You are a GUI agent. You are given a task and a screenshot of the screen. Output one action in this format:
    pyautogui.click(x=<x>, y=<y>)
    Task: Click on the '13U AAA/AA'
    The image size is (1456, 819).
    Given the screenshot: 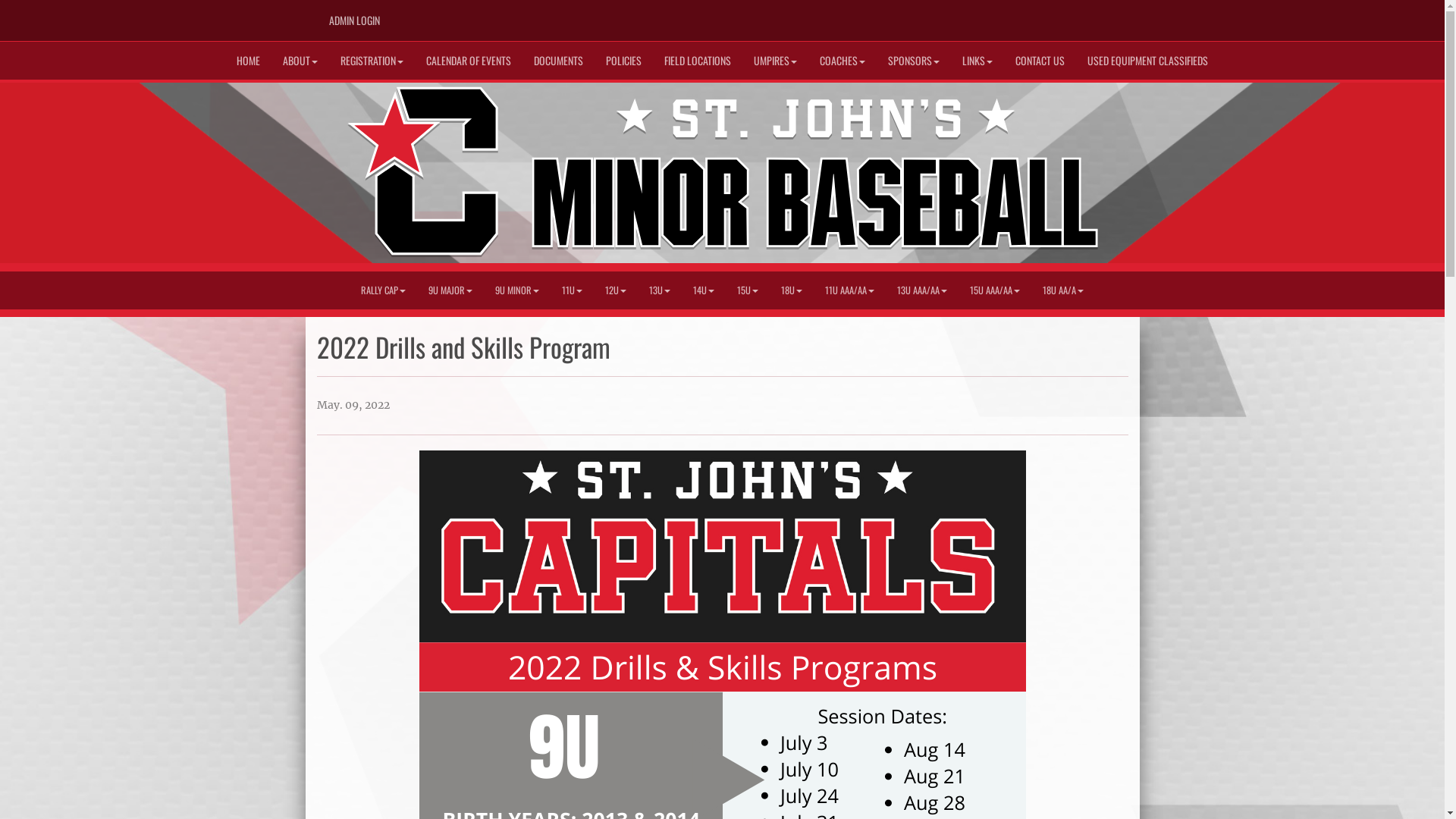 What is the action you would take?
    pyautogui.click(x=921, y=290)
    